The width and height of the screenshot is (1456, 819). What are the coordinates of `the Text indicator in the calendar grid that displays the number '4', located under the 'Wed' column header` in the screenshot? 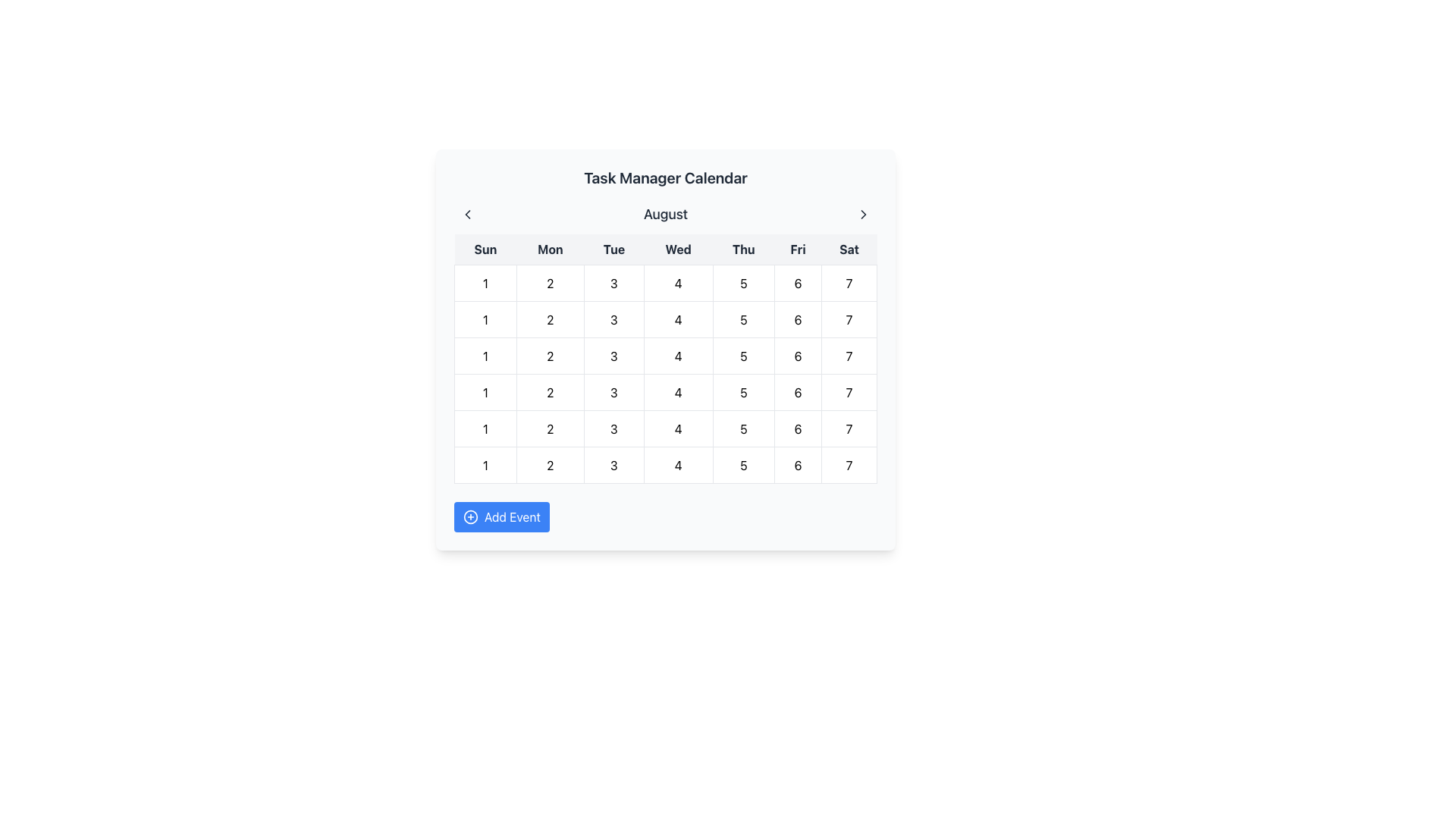 It's located at (677, 283).